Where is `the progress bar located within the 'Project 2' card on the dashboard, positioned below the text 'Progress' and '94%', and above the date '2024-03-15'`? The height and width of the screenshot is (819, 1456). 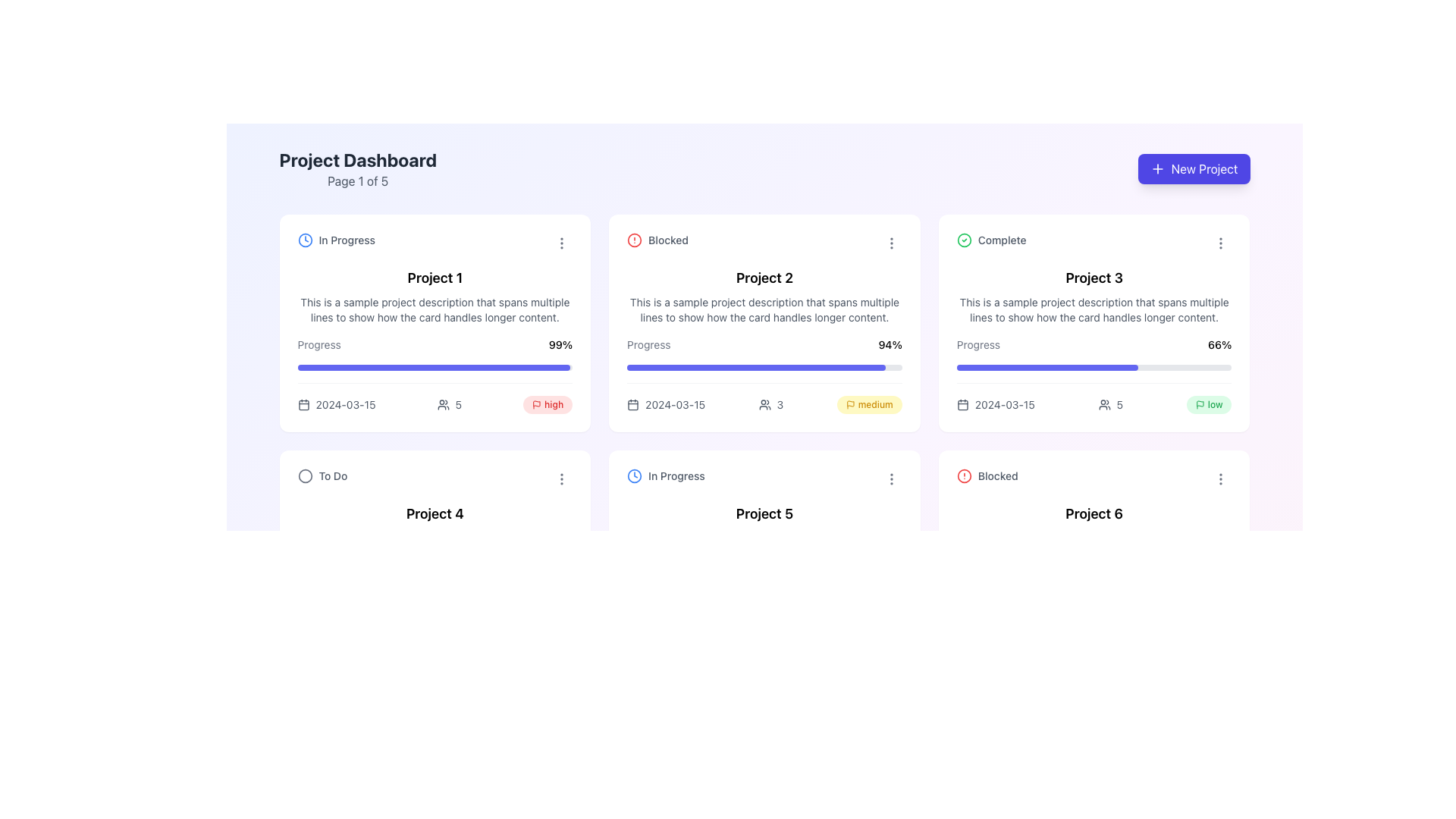 the progress bar located within the 'Project 2' card on the dashboard, positioned below the text 'Progress' and '94%', and above the date '2024-03-15' is located at coordinates (764, 368).